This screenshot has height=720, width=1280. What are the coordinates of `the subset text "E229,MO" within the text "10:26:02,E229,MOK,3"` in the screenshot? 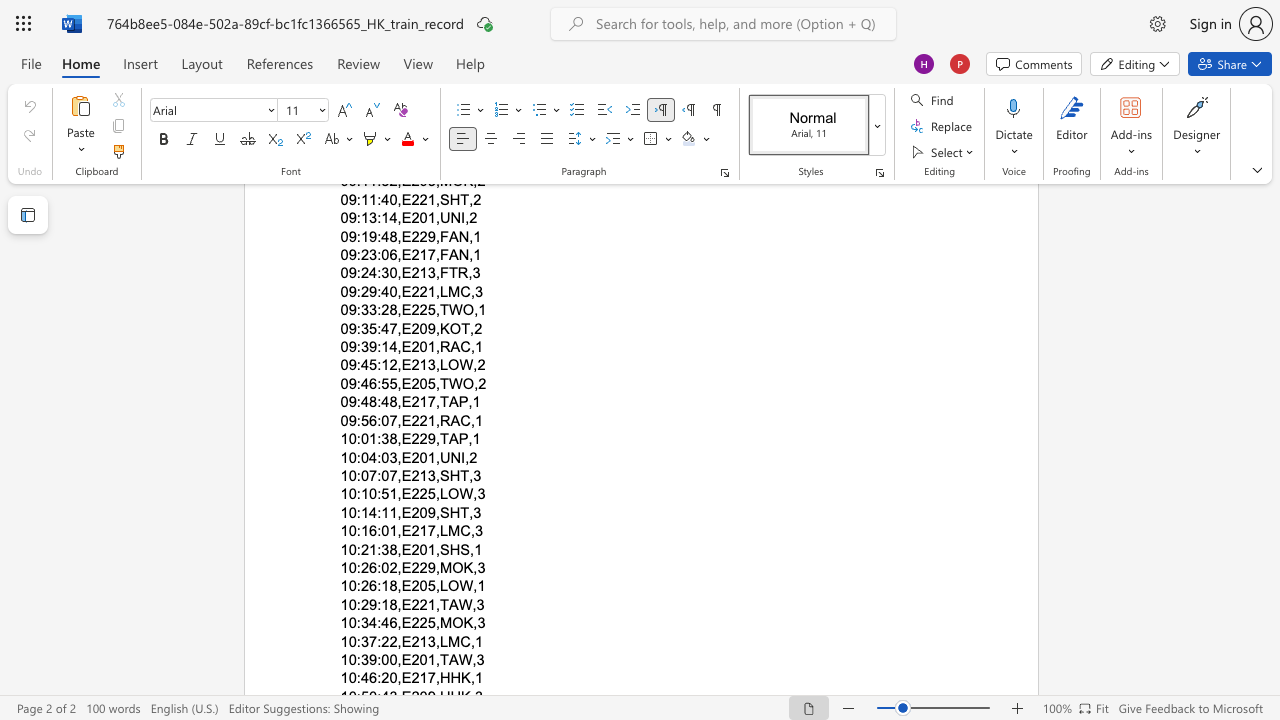 It's located at (400, 567).